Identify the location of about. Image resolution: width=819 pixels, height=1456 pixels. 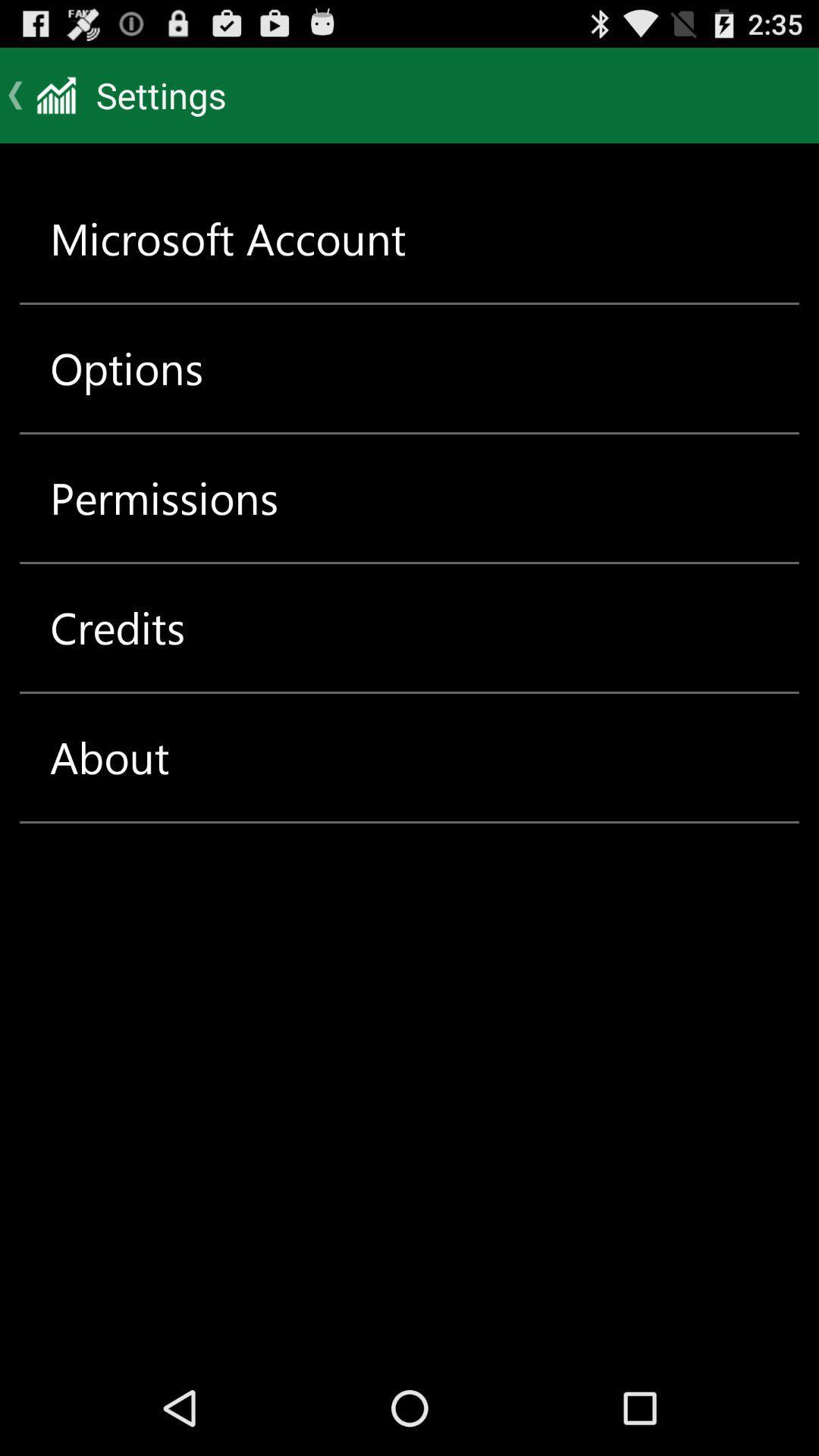
(108, 757).